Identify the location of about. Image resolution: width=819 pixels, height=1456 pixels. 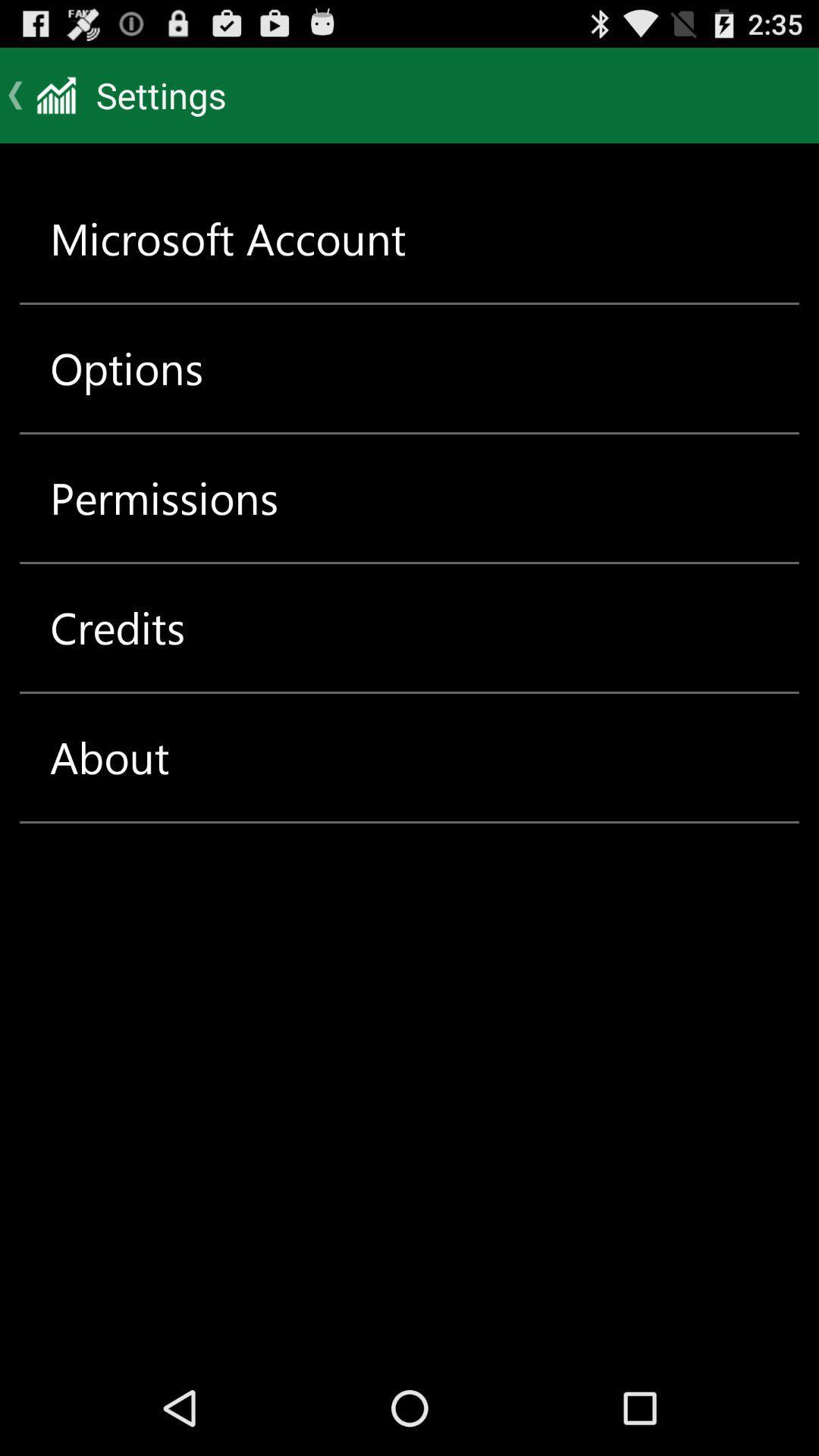
(108, 757).